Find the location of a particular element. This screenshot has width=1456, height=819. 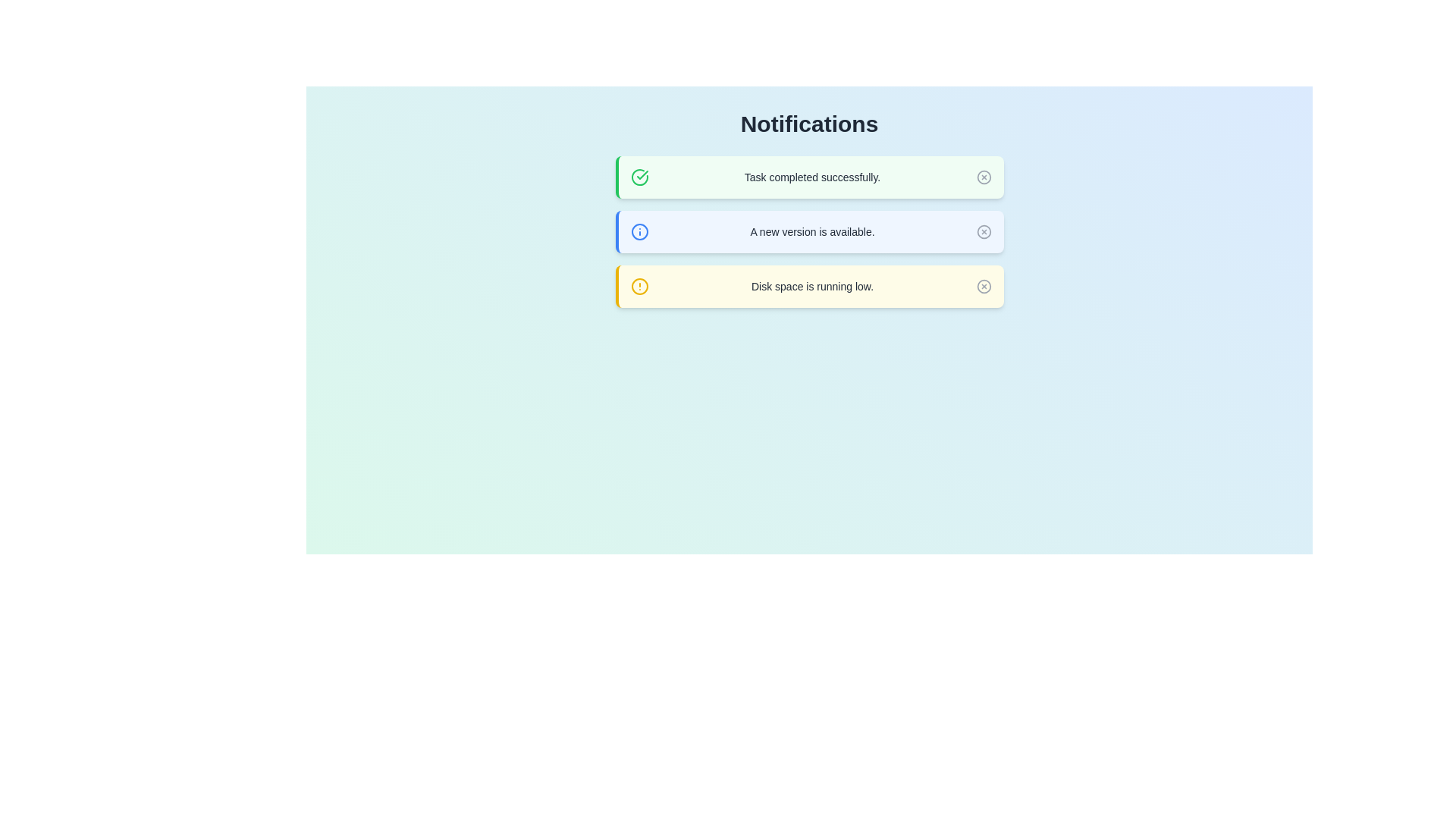

close button for the notification with message 'Task completed successfully.' is located at coordinates (984, 177).